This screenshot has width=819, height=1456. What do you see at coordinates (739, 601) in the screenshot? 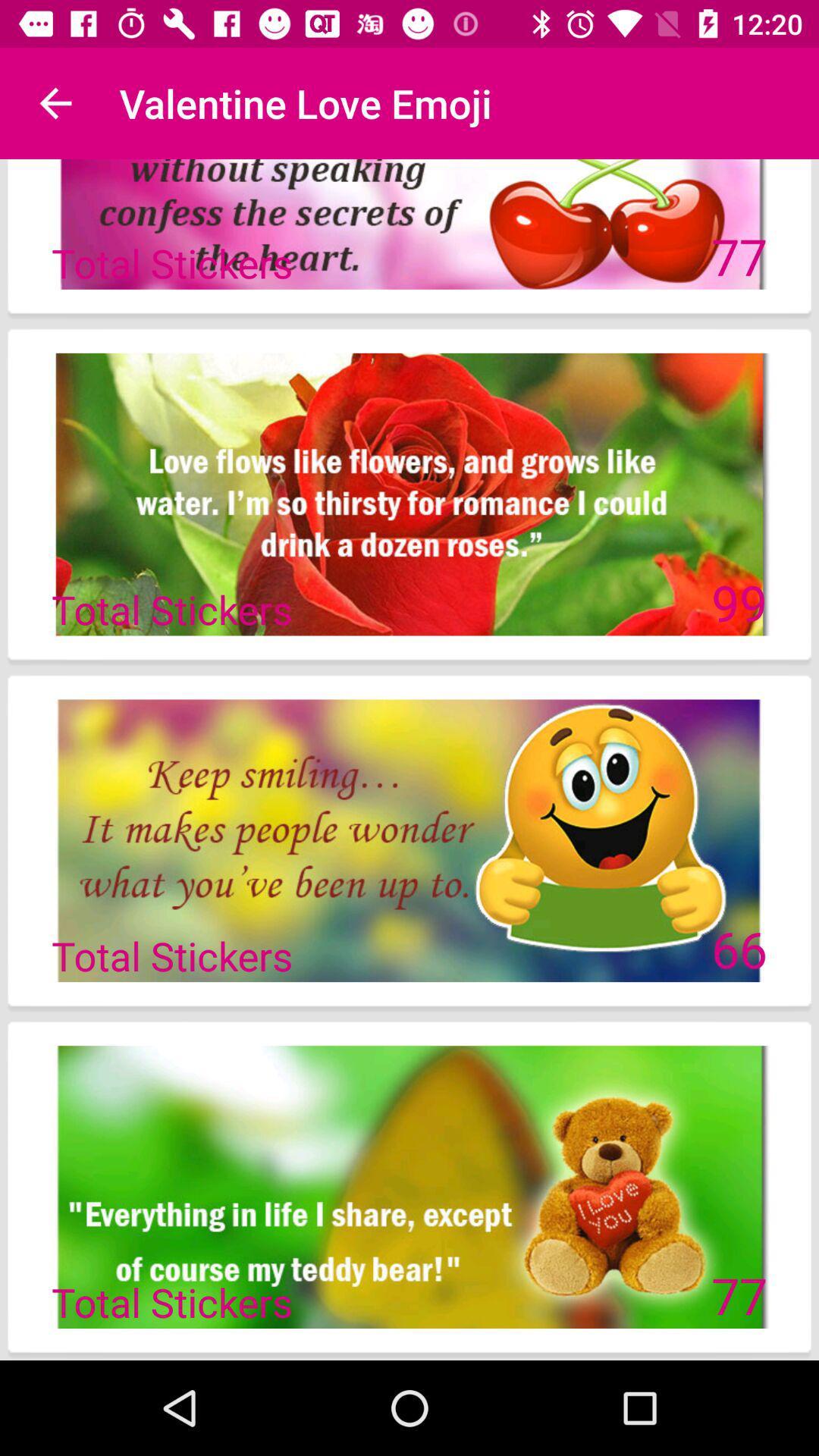
I see `item next to total stickers item` at bounding box center [739, 601].